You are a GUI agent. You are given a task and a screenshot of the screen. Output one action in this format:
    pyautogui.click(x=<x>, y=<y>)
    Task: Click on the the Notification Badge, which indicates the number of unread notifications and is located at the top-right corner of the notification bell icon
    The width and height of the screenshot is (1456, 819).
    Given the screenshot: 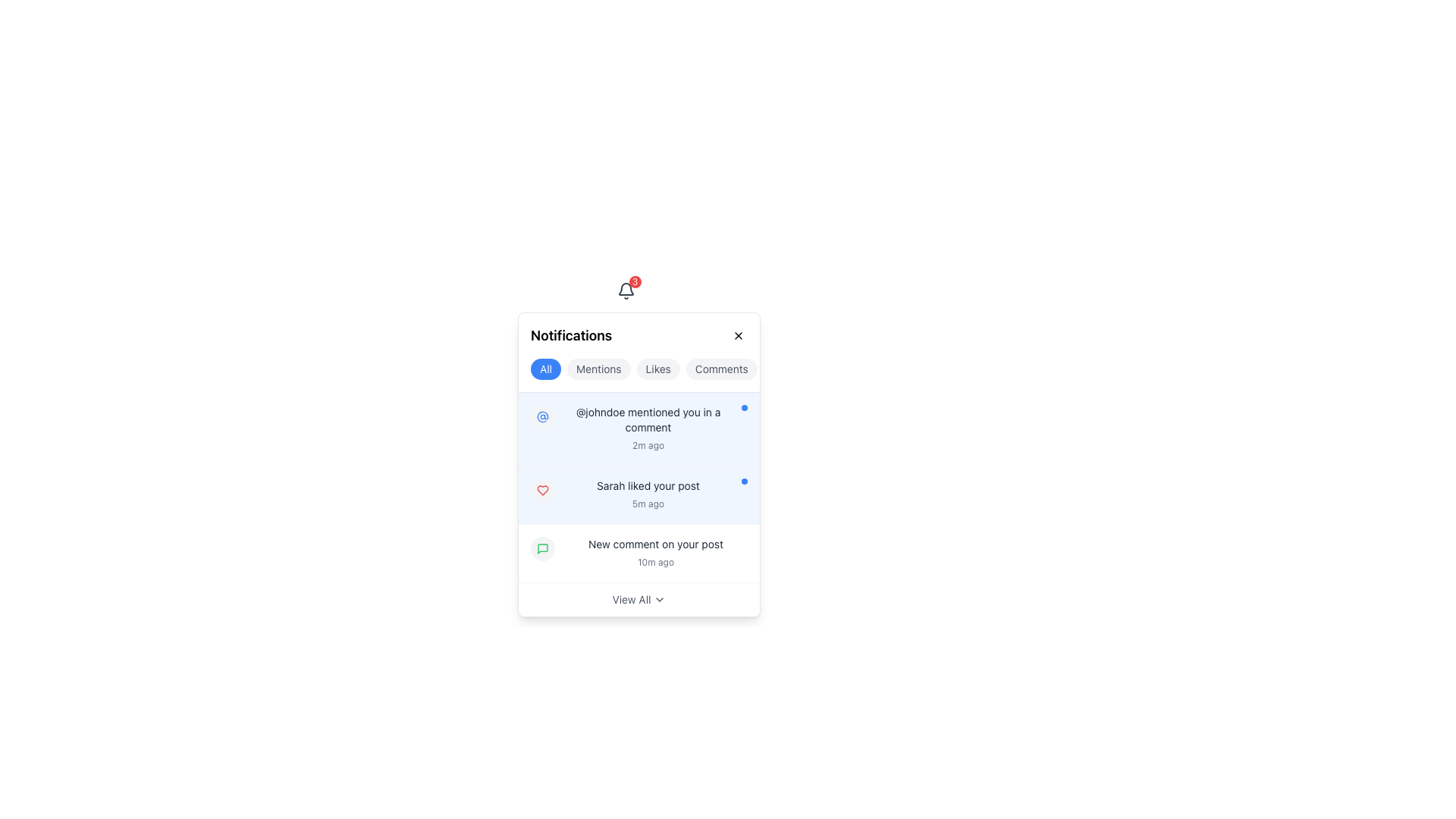 What is the action you would take?
    pyautogui.click(x=635, y=281)
    